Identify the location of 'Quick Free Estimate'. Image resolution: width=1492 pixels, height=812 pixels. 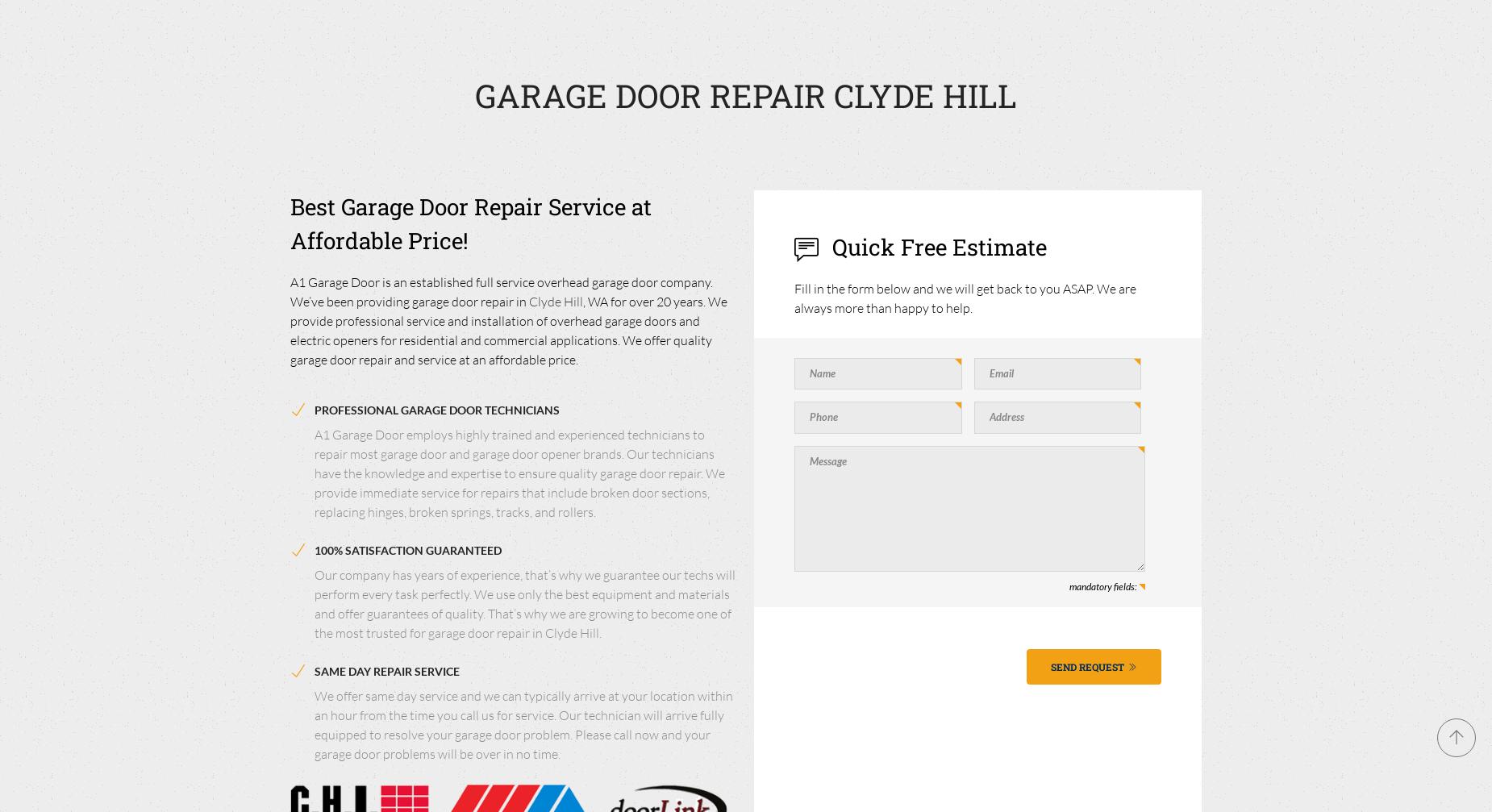
(936, 246).